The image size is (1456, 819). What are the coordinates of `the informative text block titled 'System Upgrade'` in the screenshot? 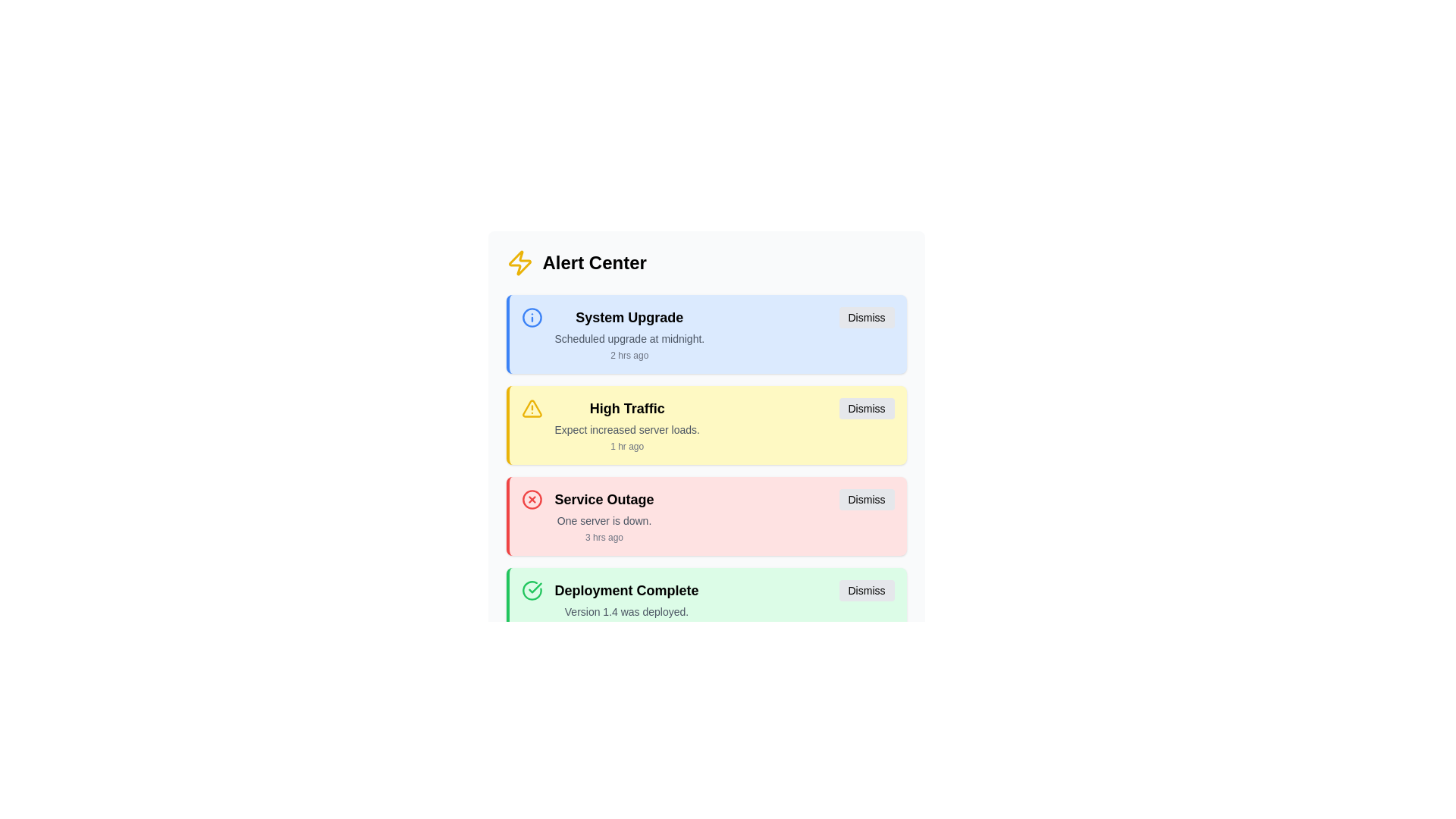 It's located at (629, 333).